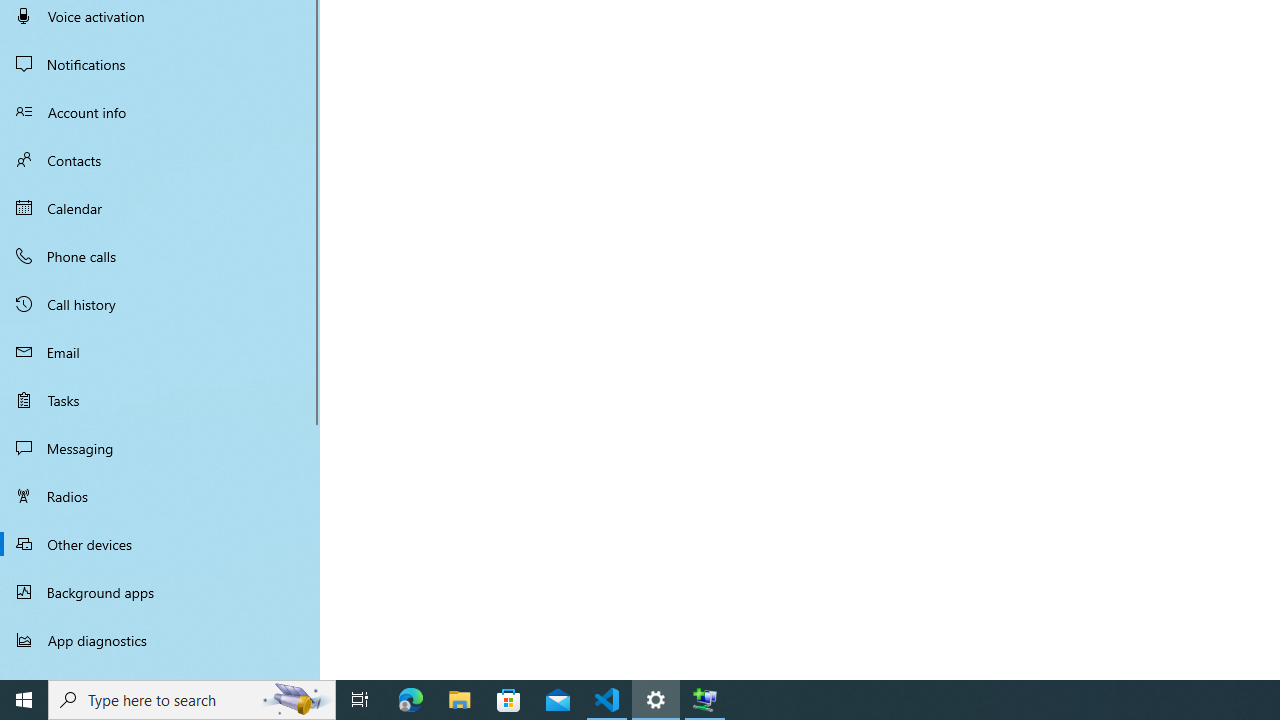 This screenshot has width=1280, height=720. I want to click on 'Call history', so click(160, 304).